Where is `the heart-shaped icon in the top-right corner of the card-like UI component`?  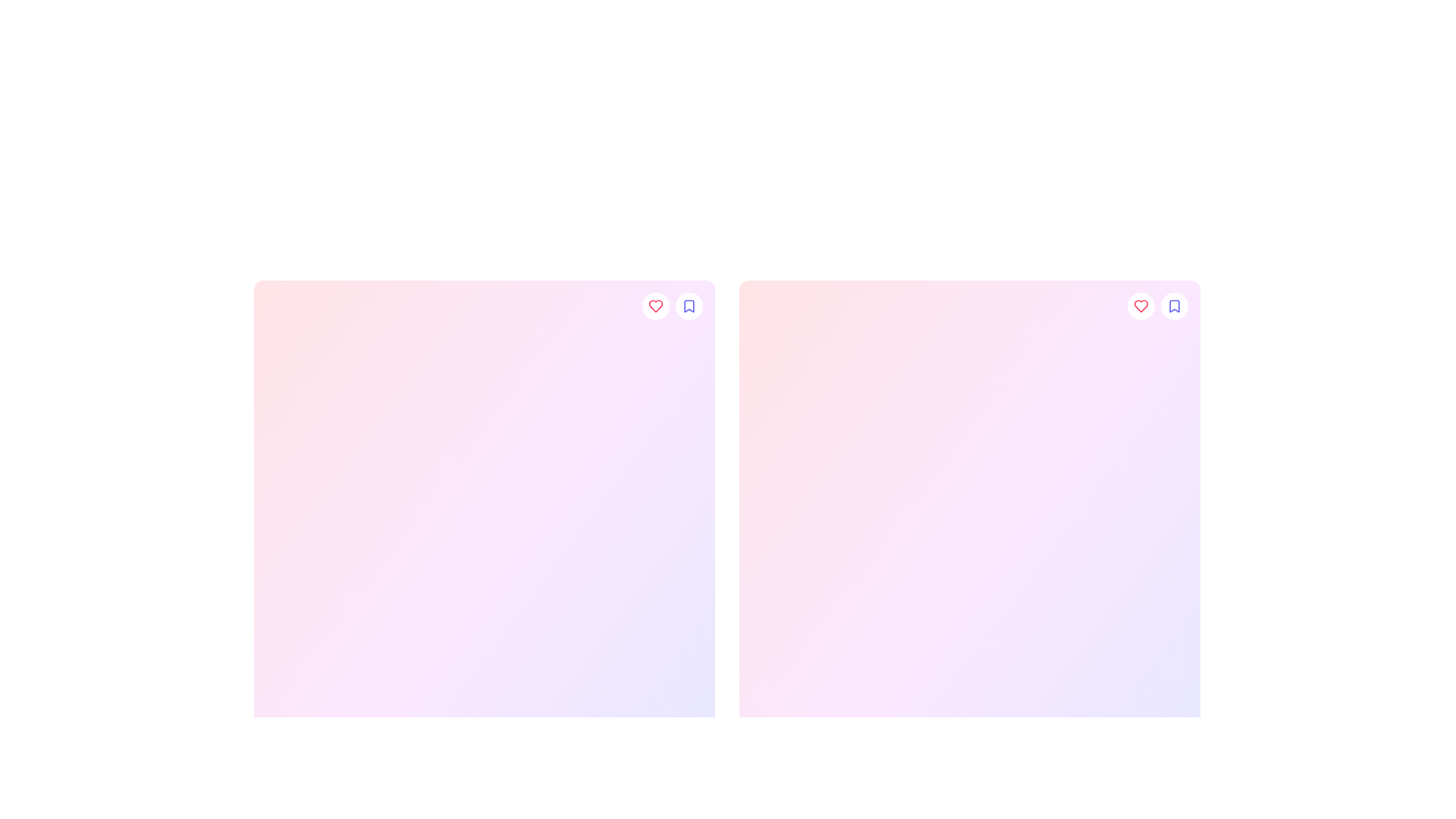
the heart-shaped icon in the top-right corner of the card-like UI component is located at coordinates (655, 306).